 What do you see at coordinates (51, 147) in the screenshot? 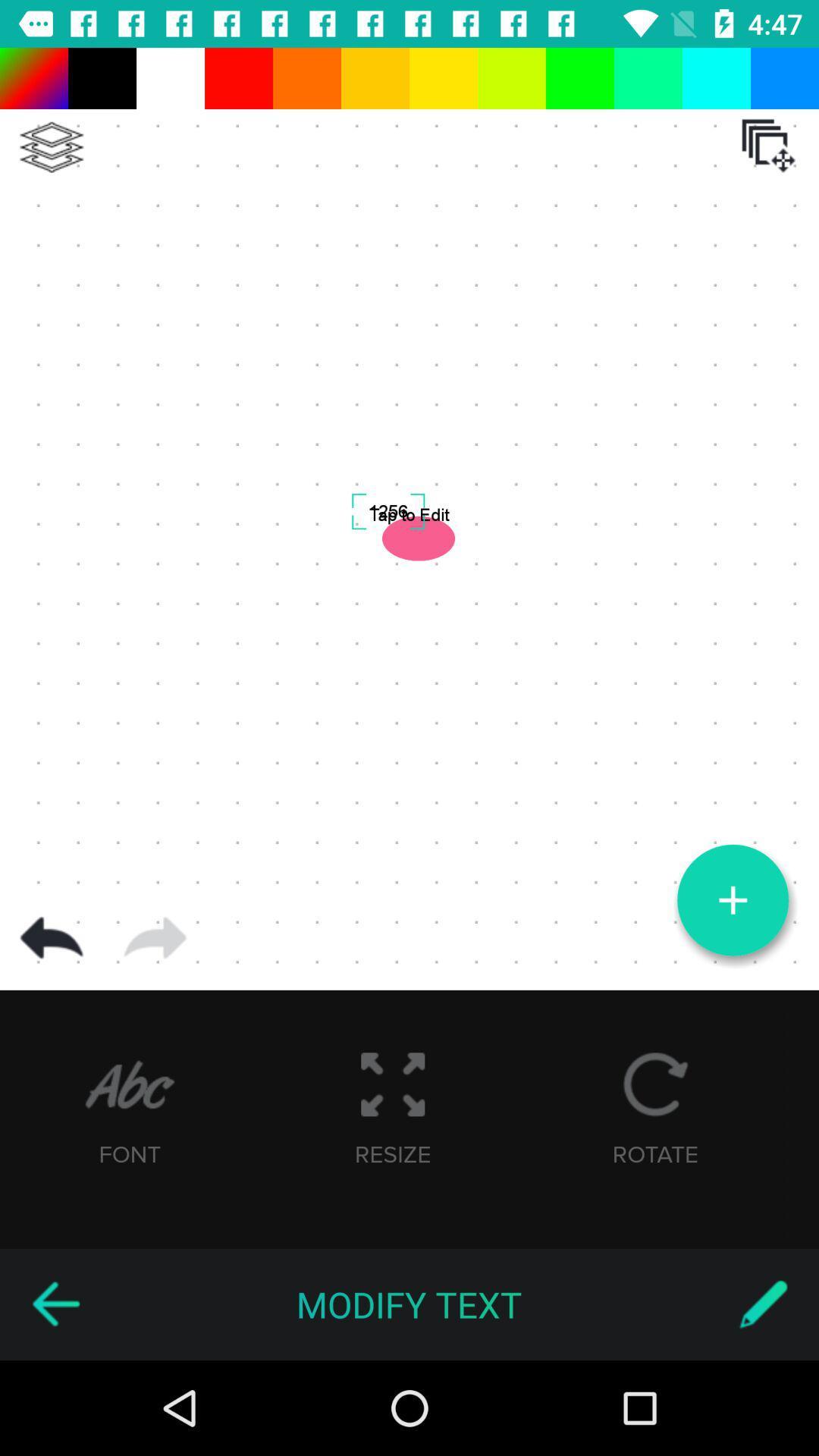
I see `to menu option` at bounding box center [51, 147].